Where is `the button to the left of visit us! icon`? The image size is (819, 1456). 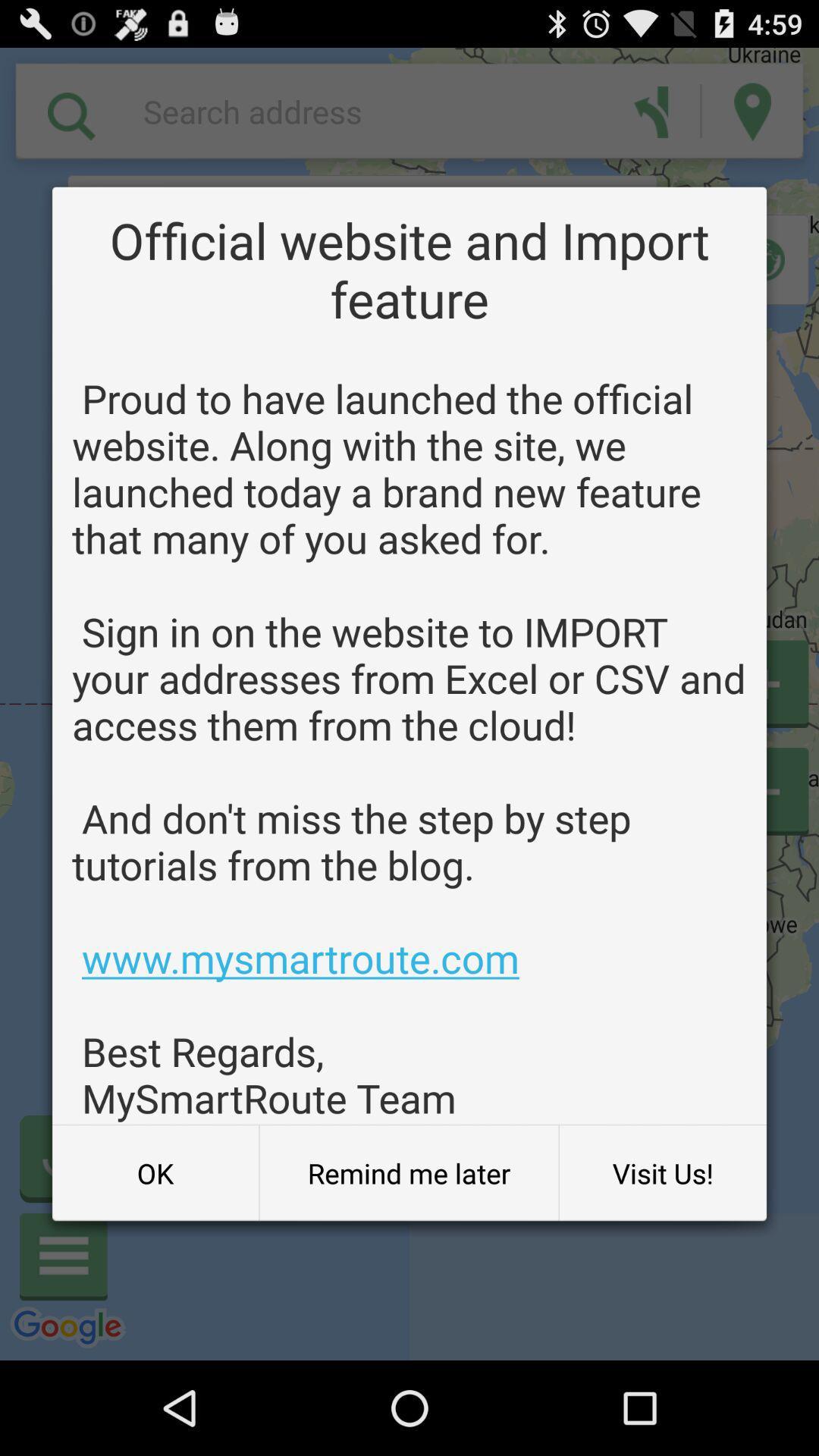 the button to the left of visit us! icon is located at coordinates (408, 1172).